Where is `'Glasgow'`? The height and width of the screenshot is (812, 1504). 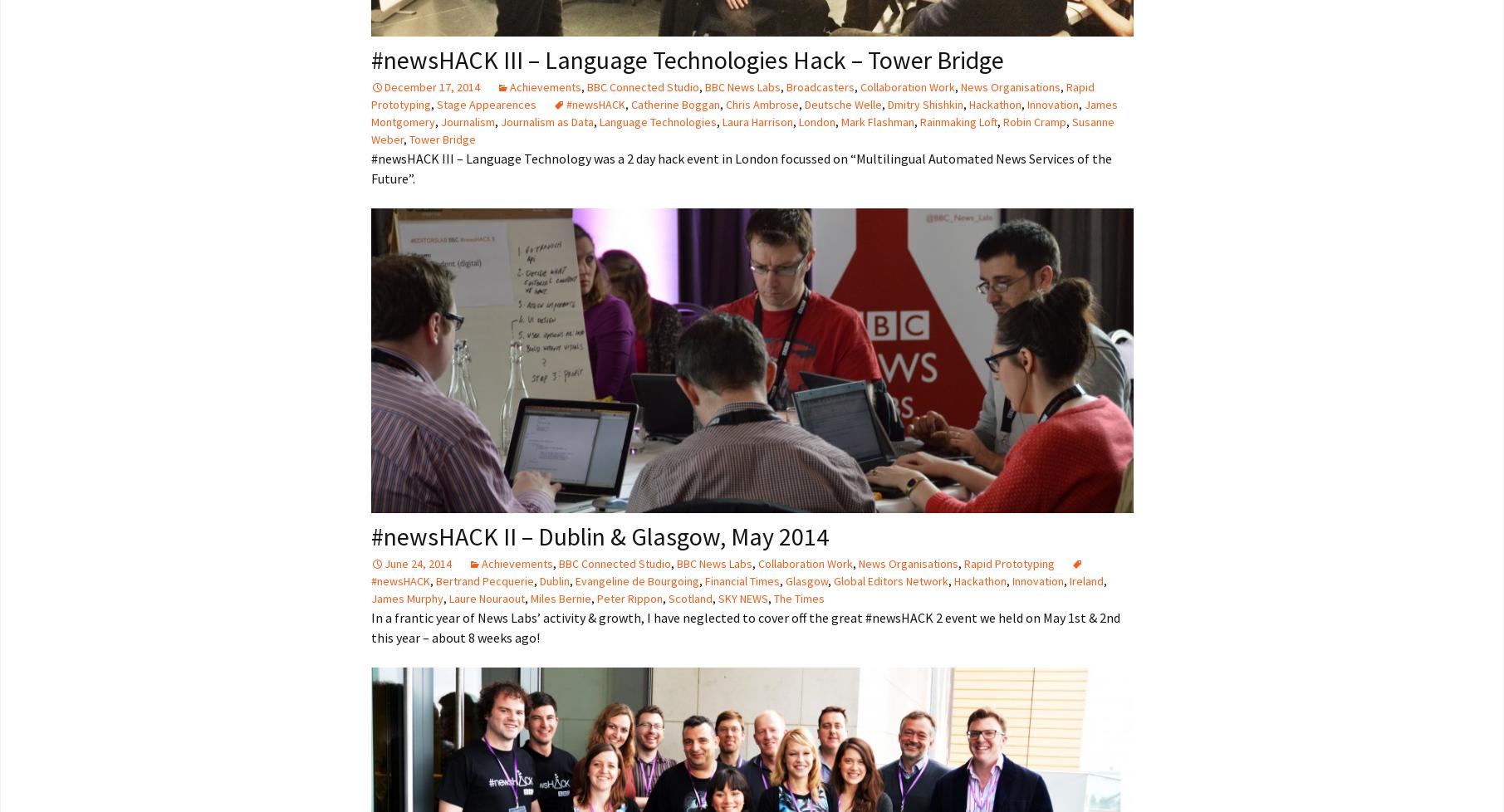 'Glasgow' is located at coordinates (805, 580).